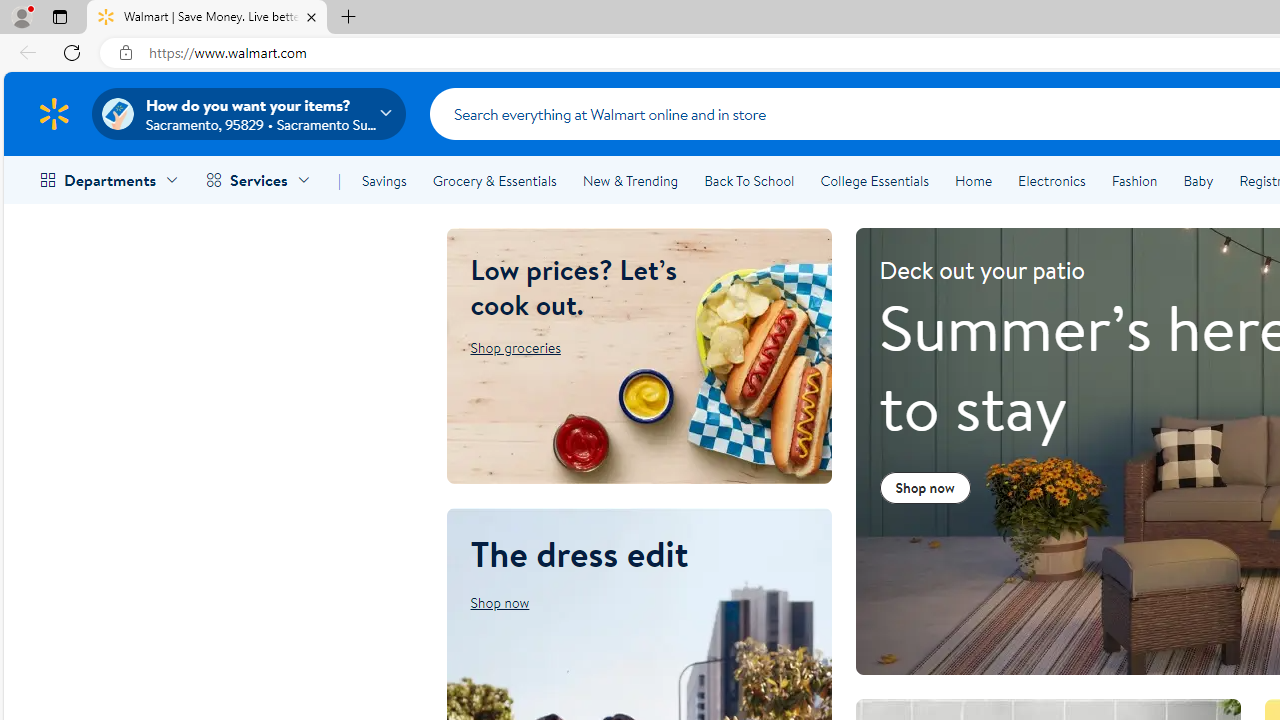 Image resolution: width=1280 pixels, height=720 pixels. What do you see at coordinates (207, 17) in the screenshot?
I see `'Walmart | Save Money. Live better.'` at bounding box center [207, 17].